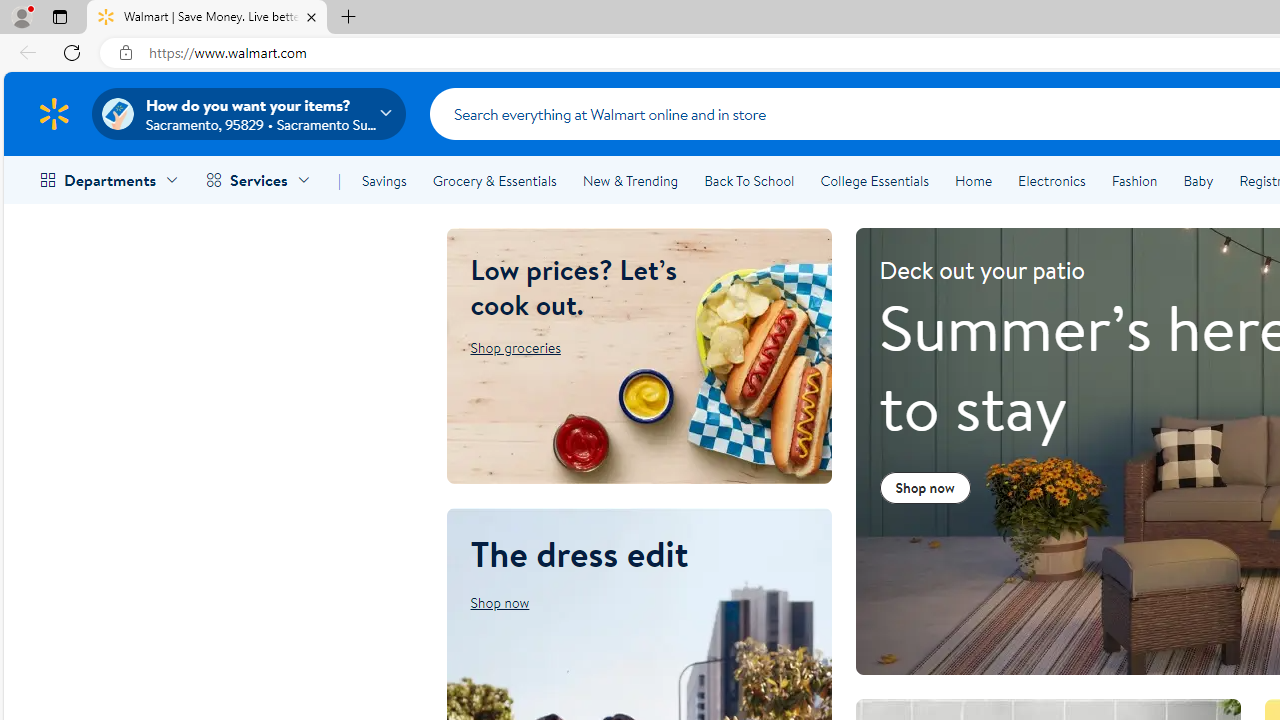 Image resolution: width=1280 pixels, height=720 pixels. What do you see at coordinates (207, 17) in the screenshot?
I see `'Walmart | Save Money. Live better.'` at bounding box center [207, 17].